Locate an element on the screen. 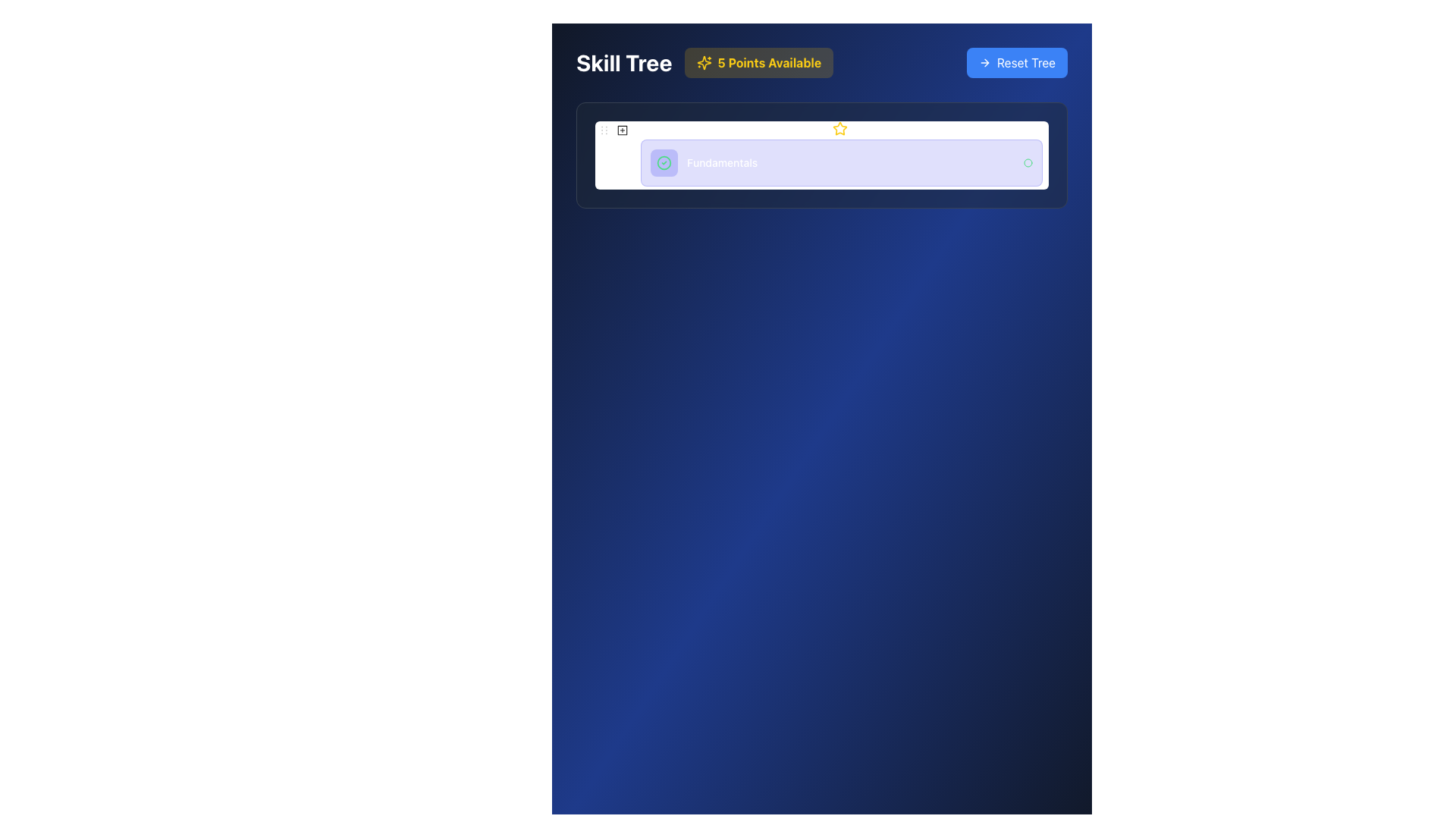  the square outline surrounding the '+' icon in the 'Skill Tree' panel is located at coordinates (622, 130).